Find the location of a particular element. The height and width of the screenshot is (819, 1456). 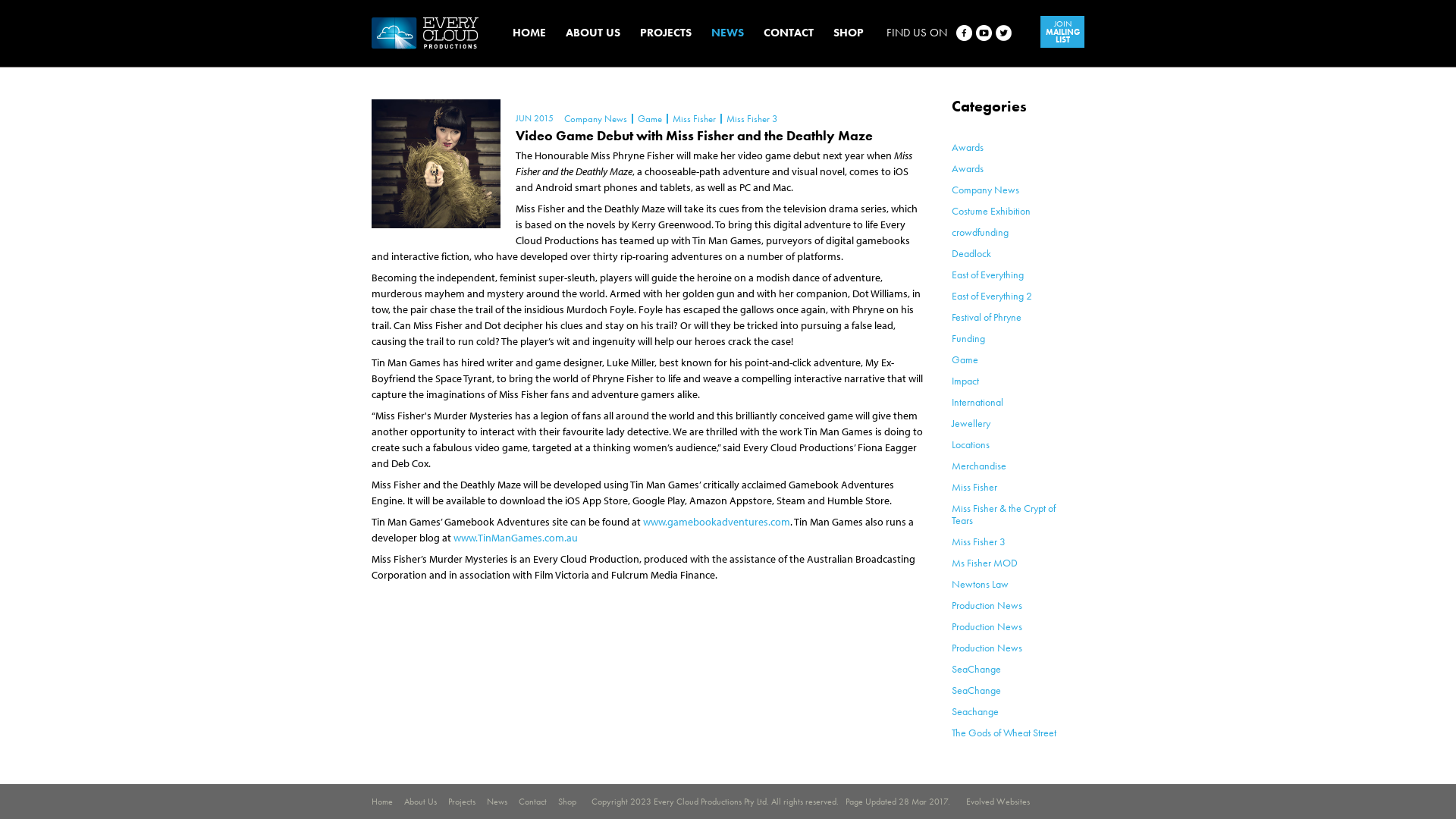

'SHOP' is located at coordinates (847, 32).